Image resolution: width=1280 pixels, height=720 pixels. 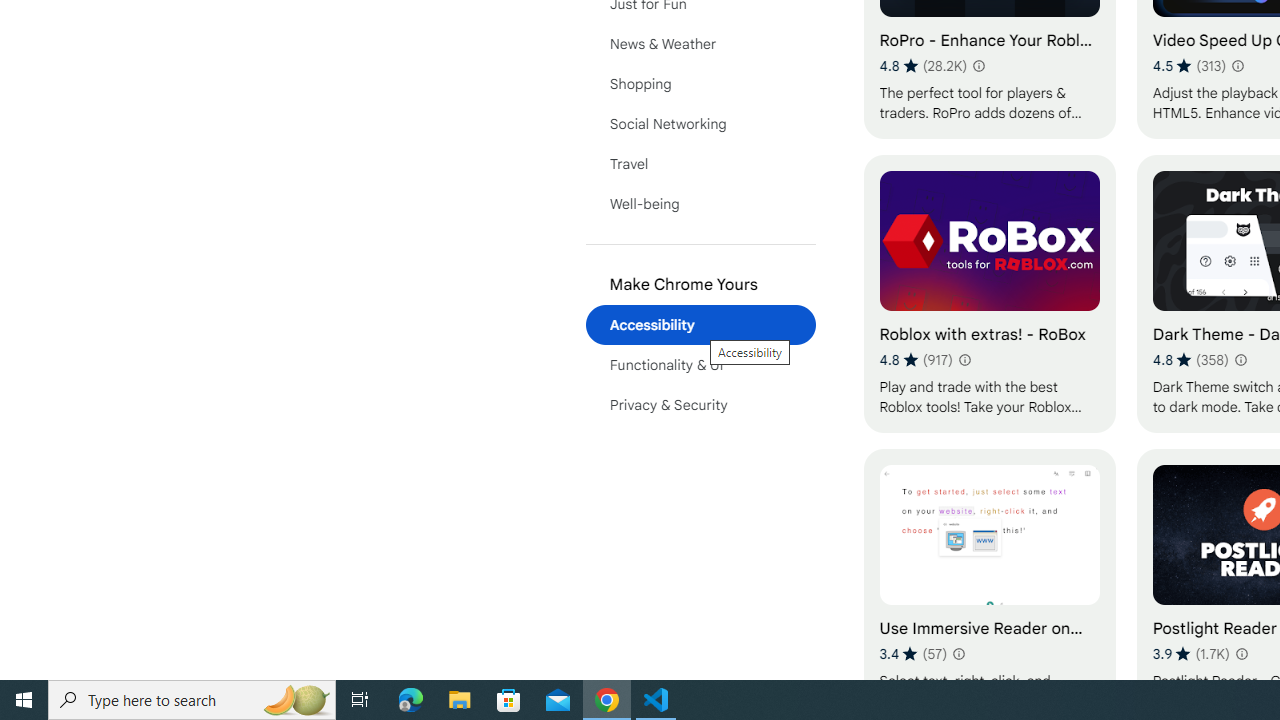 What do you see at coordinates (700, 324) in the screenshot?
I see `'Accessibility (selected)'` at bounding box center [700, 324].